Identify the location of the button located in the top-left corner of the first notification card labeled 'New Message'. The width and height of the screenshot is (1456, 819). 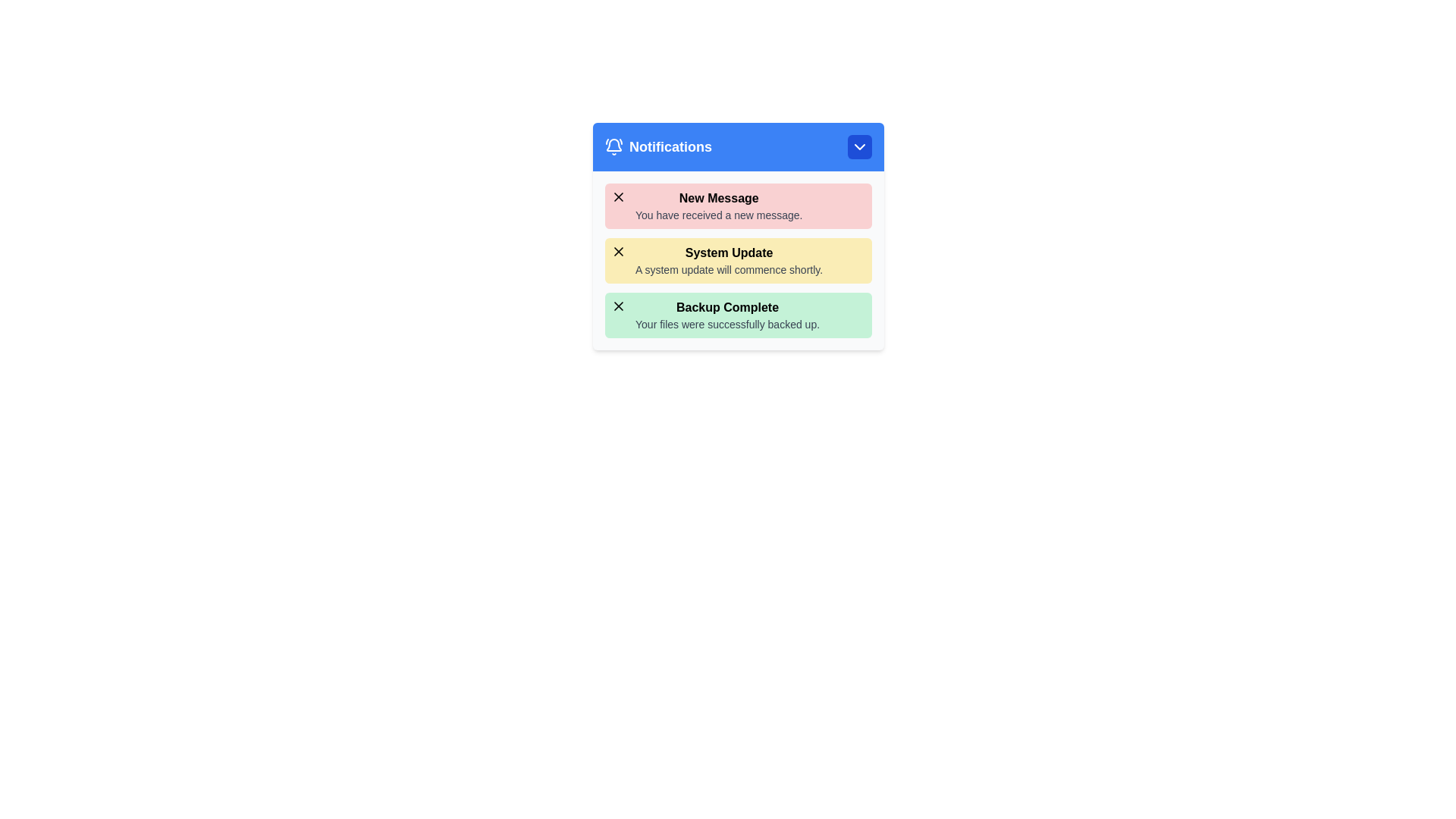
(619, 196).